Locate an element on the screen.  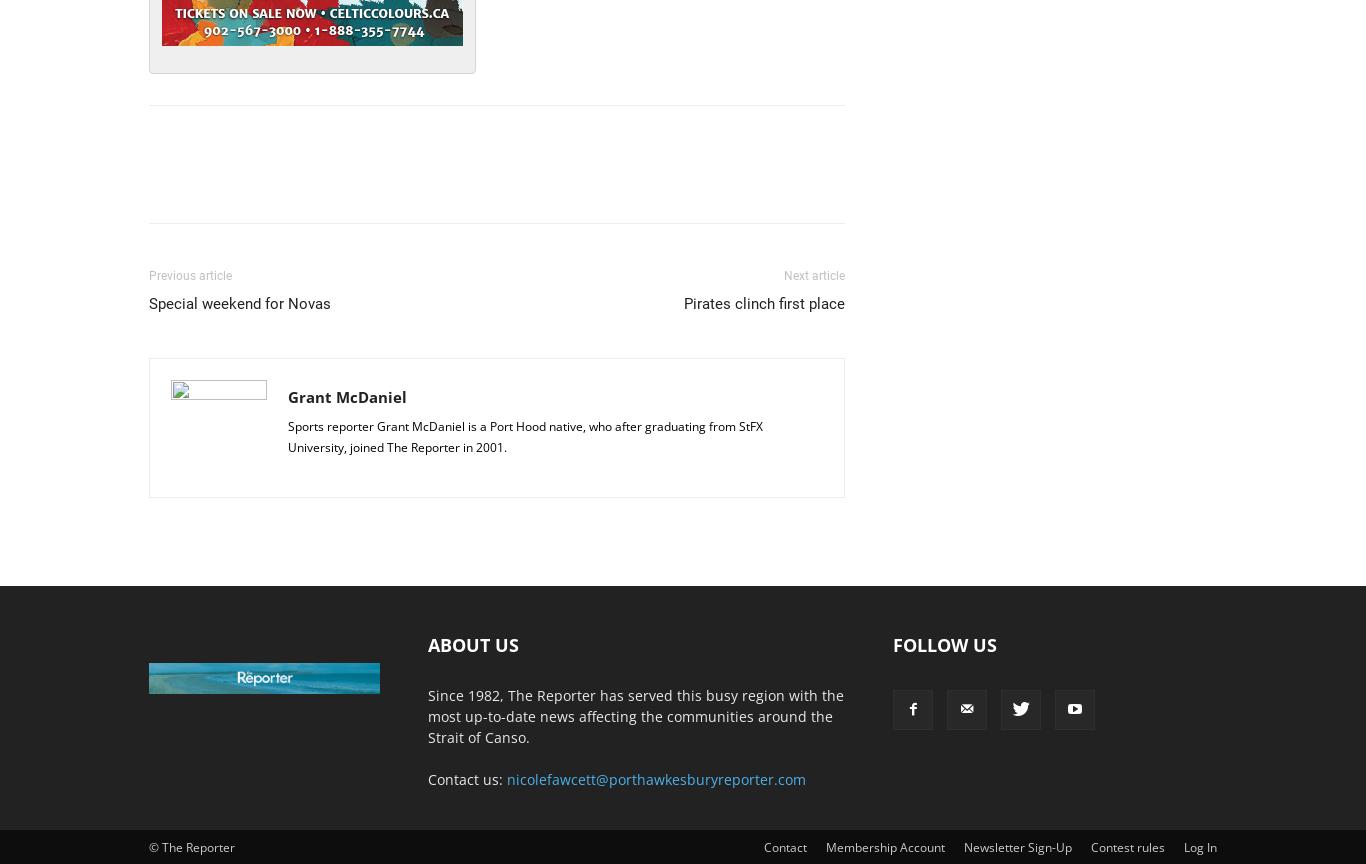
'Since 1982, The Reporter has served this busy region with the most up-to-date news affecting the communities around the Strait of Canso.' is located at coordinates (635, 715).